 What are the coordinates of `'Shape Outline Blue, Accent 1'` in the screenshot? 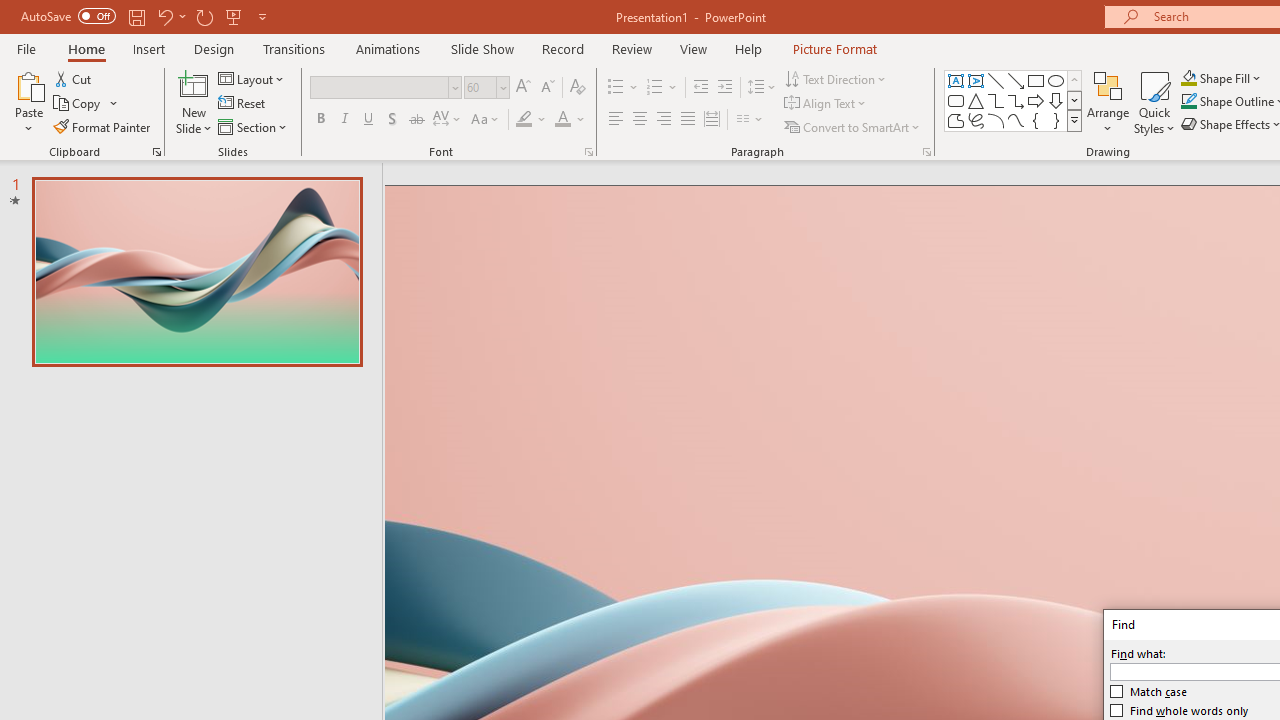 It's located at (1189, 101).